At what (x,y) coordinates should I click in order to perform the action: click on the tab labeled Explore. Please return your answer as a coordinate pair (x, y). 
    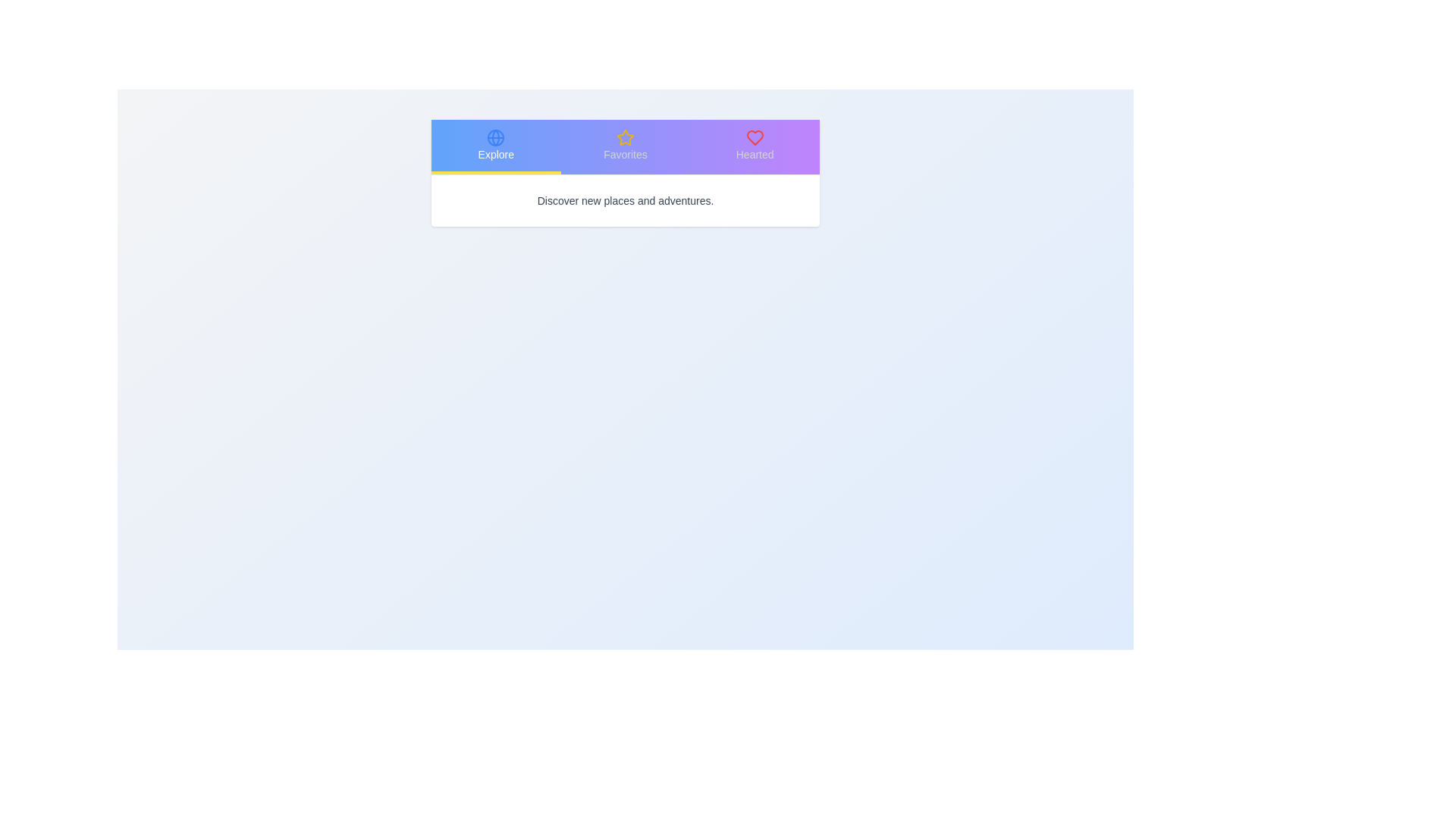
    Looking at the image, I should click on (495, 146).